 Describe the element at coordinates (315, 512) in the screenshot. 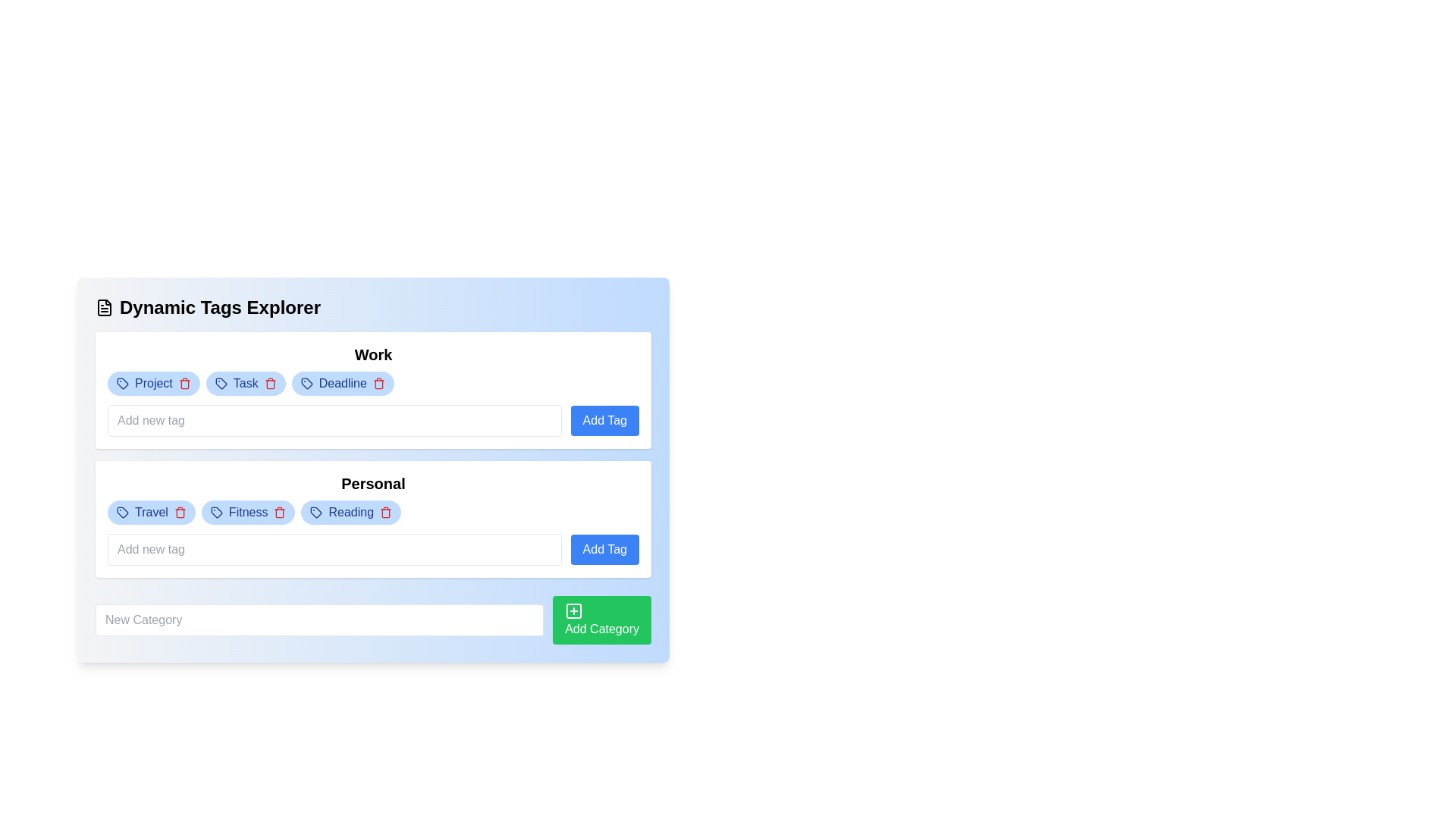

I see `the tag icon representing 'Reading' in the 'Personal' category, which is a small iconographic label typically used for tagging or categorization` at that location.